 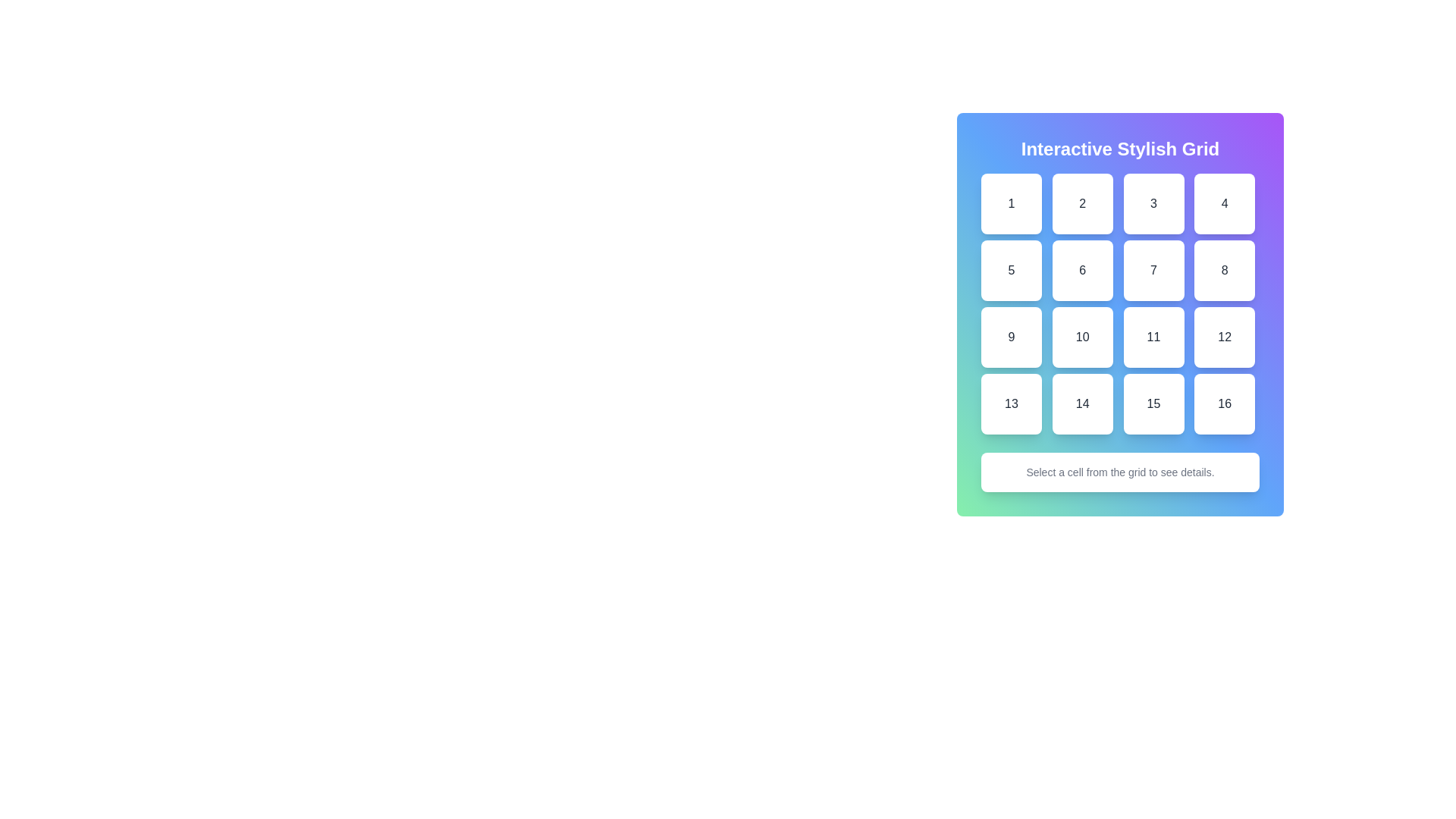 I want to click on the square button with rounded corners, white background, and the number '12' centered in black font, so click(x=1225, y=336).